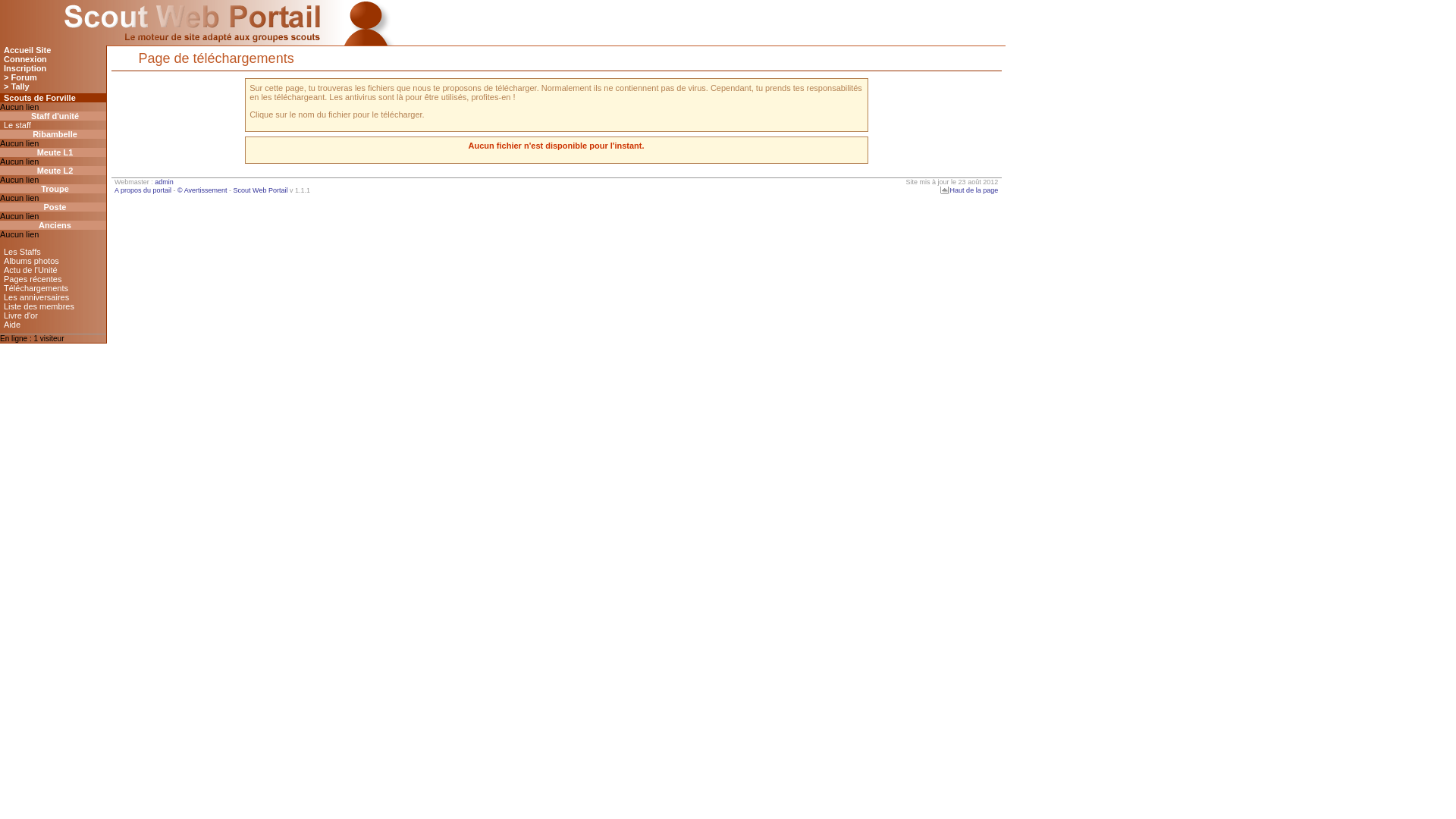 The image size is (1456, 819). Describe the element at coordinates (53, 306) in the screenshot. I see `'Liste des membres'` at that location.